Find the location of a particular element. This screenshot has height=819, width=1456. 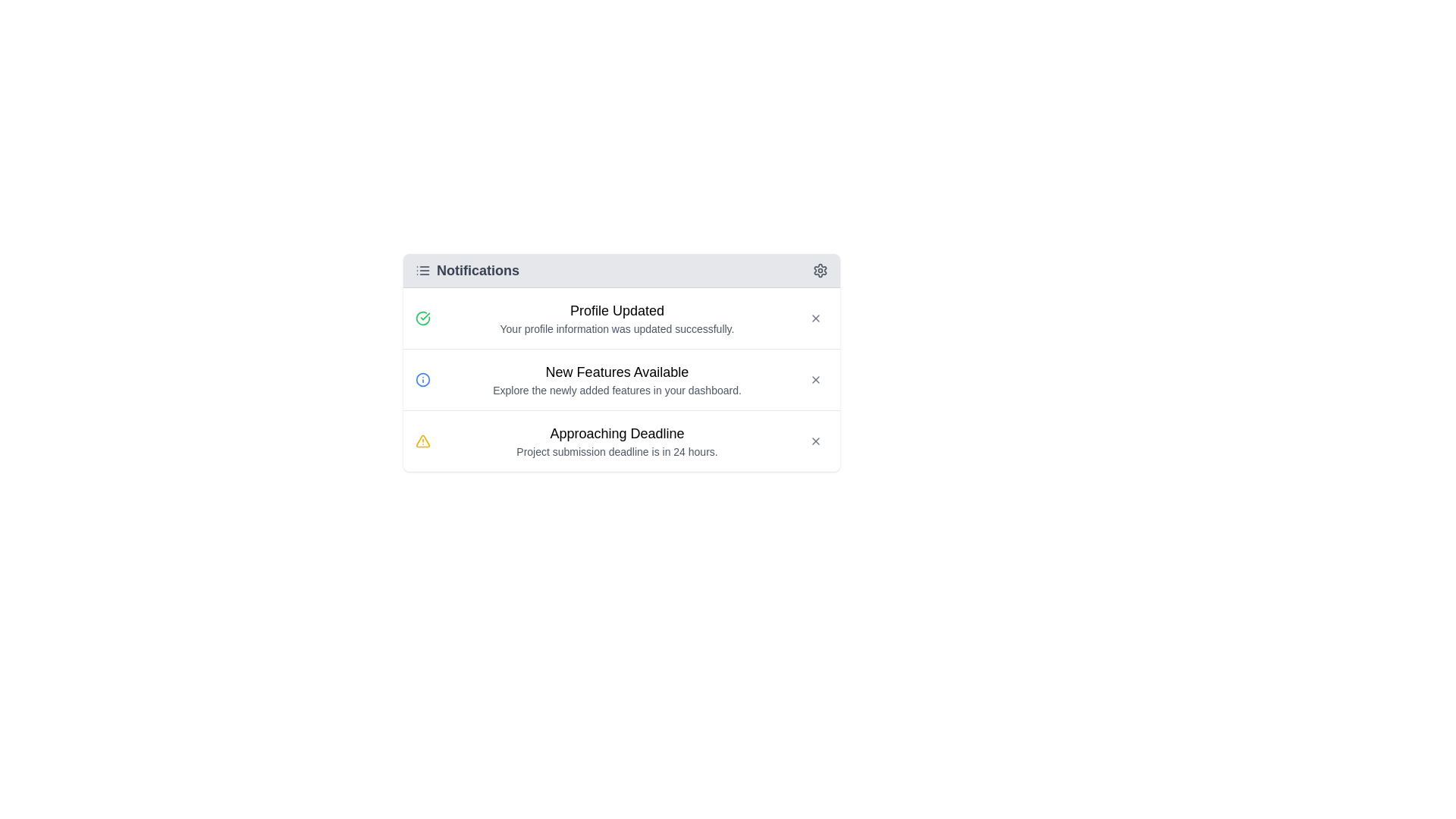

the dismiss button styled with a circular background and an icon inside, located in the upper right corner of the notification block adjacent to 'Profile Updated' for visual feedback is located at coordinates (814, 318).